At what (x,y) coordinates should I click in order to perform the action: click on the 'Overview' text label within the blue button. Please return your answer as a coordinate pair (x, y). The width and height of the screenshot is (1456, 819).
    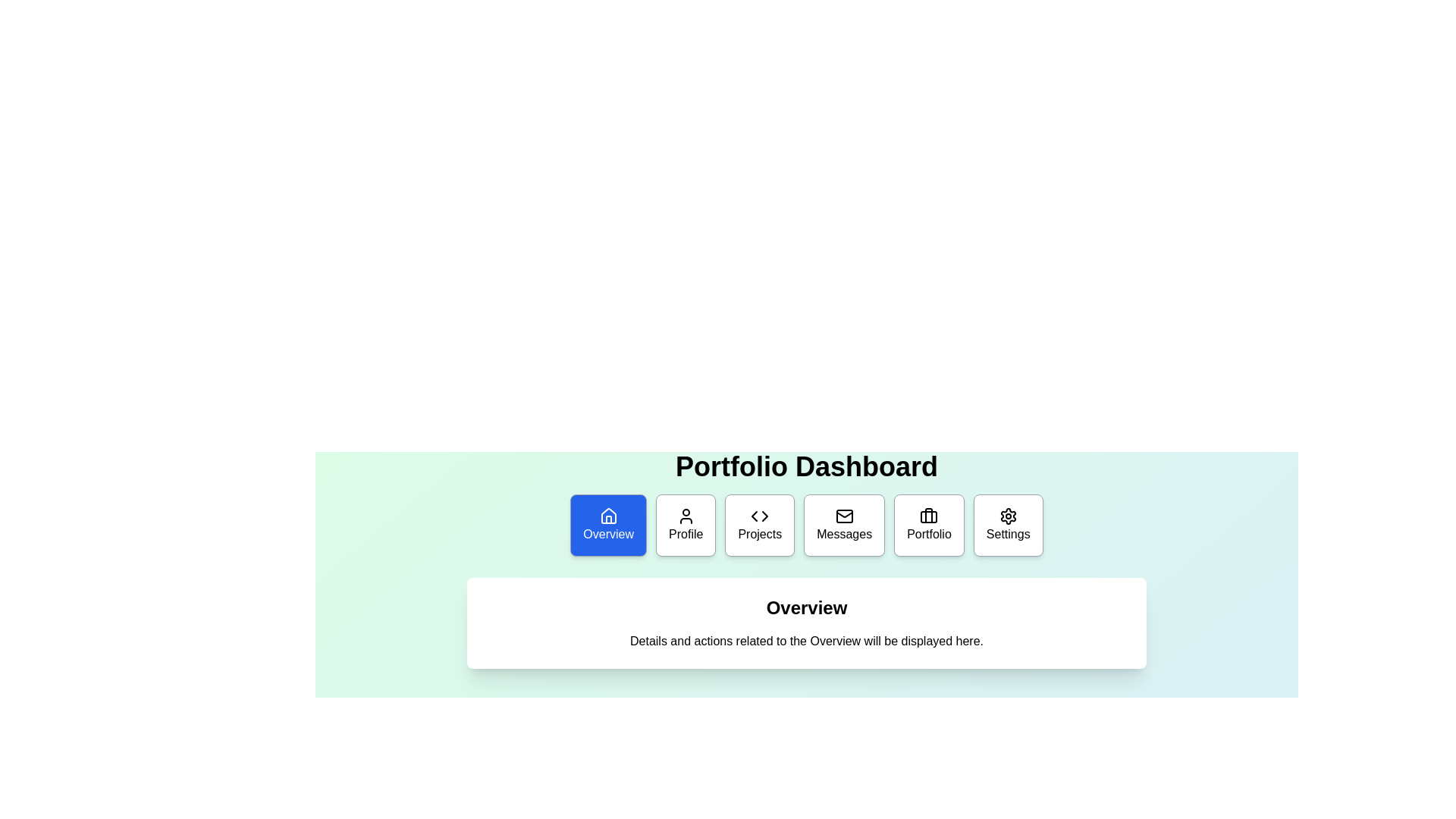
    Looking at the image, I should click on (608, 534).